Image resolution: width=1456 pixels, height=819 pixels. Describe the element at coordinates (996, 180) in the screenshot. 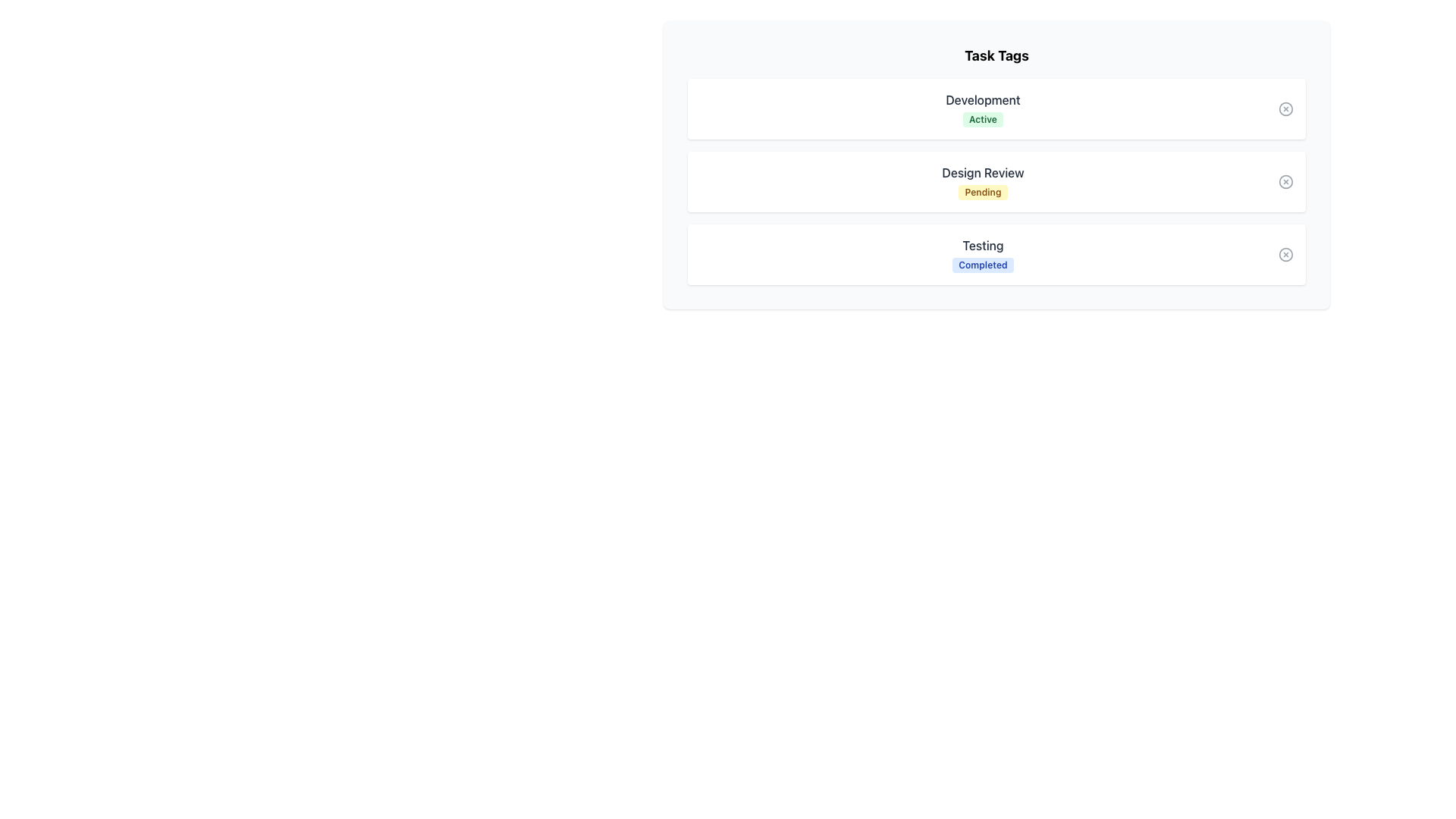

I see `the 'Design Review' task status row, which is labeled 'Pending' and has a yellow badge, located in the 'Task Tags' section` at that location.